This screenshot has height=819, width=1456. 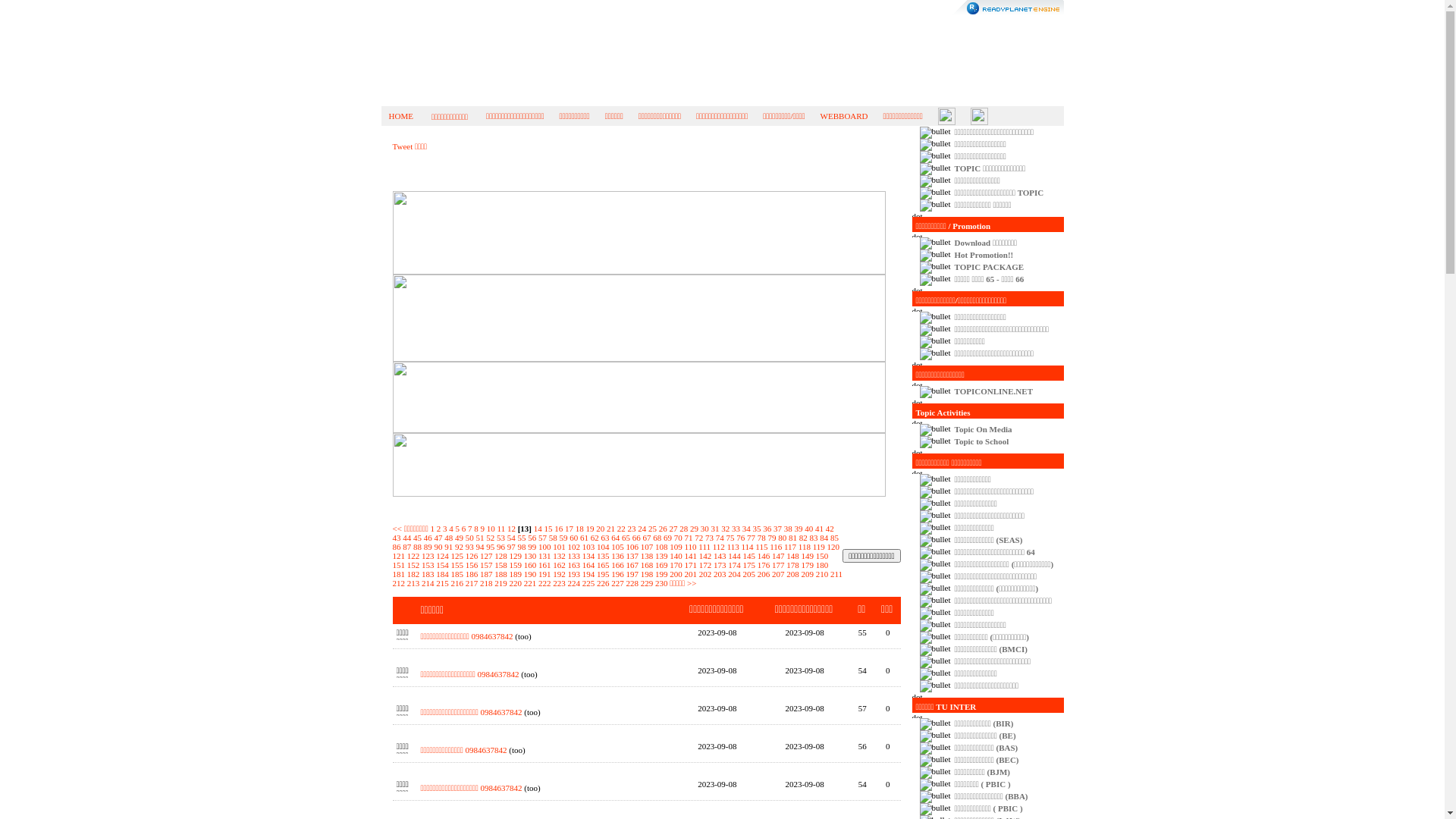 What do you see at coordinates (548, 537) in the screenshot?
I see `'58'` at bounding box center [548, 537].